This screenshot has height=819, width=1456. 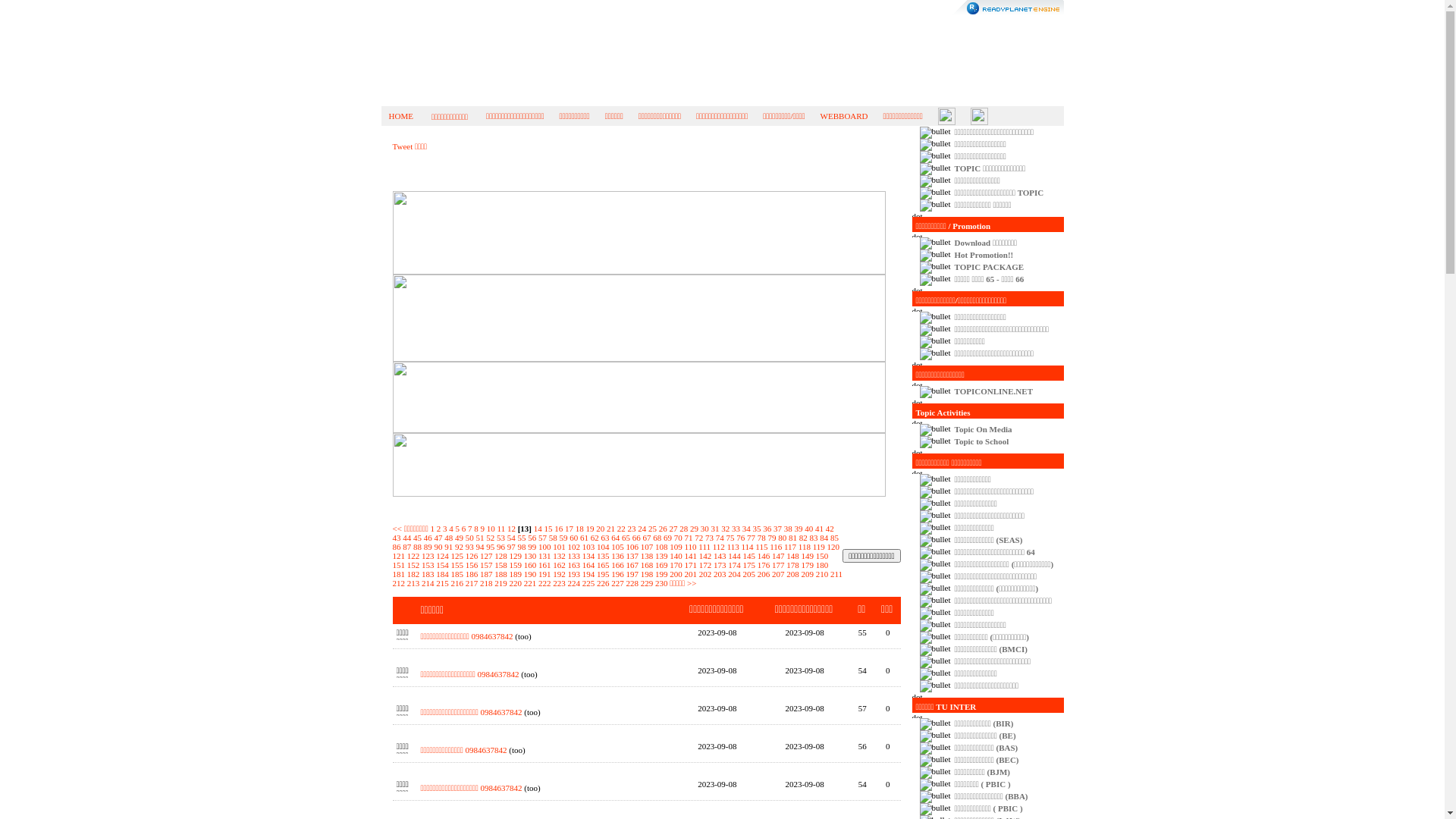 What do you see at coordinates (548, 537) in the screenshot?
I see `'58'` at bounding box center [548, 537].